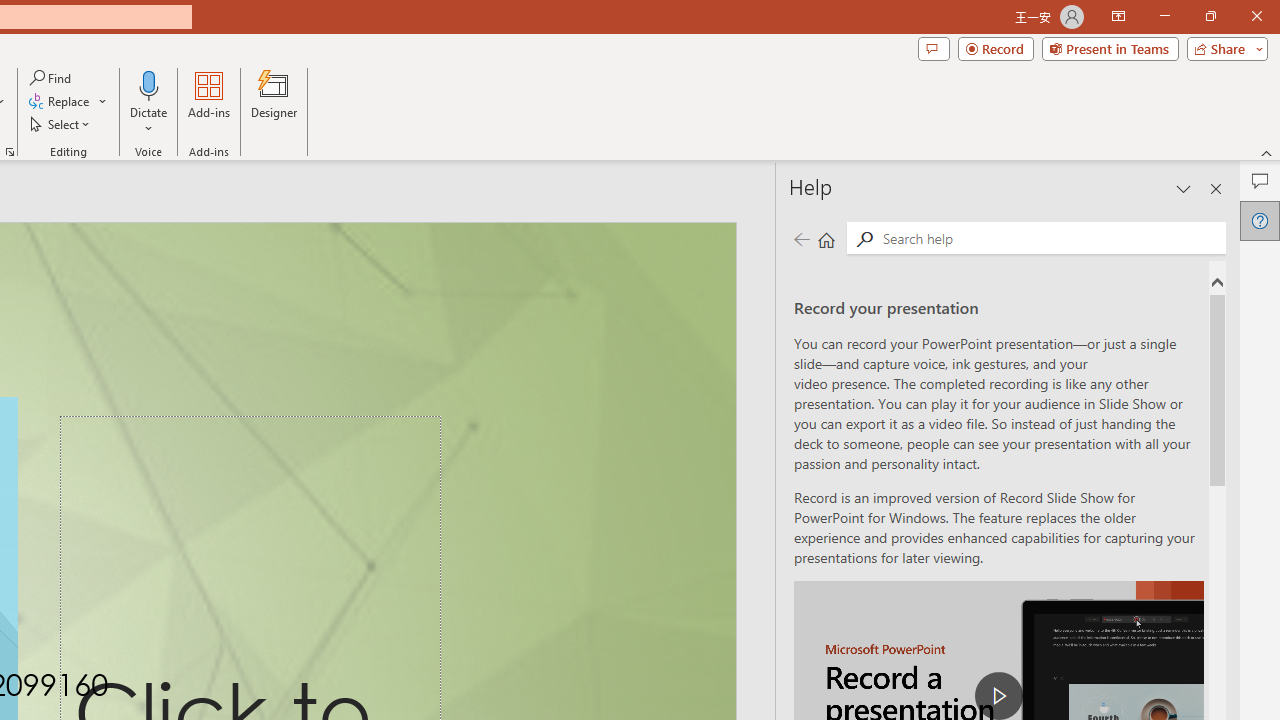  I want to click on 'Dictate', so click(148, 103).